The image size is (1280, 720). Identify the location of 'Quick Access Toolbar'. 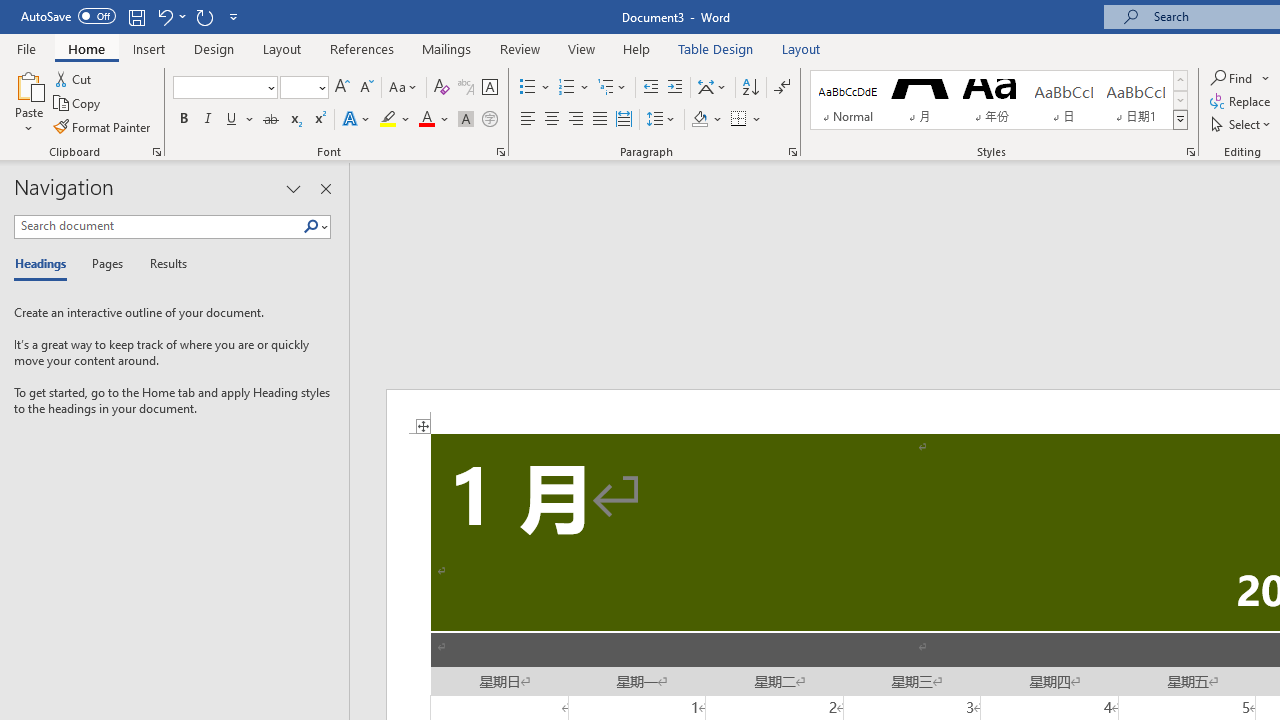
(130, 16).